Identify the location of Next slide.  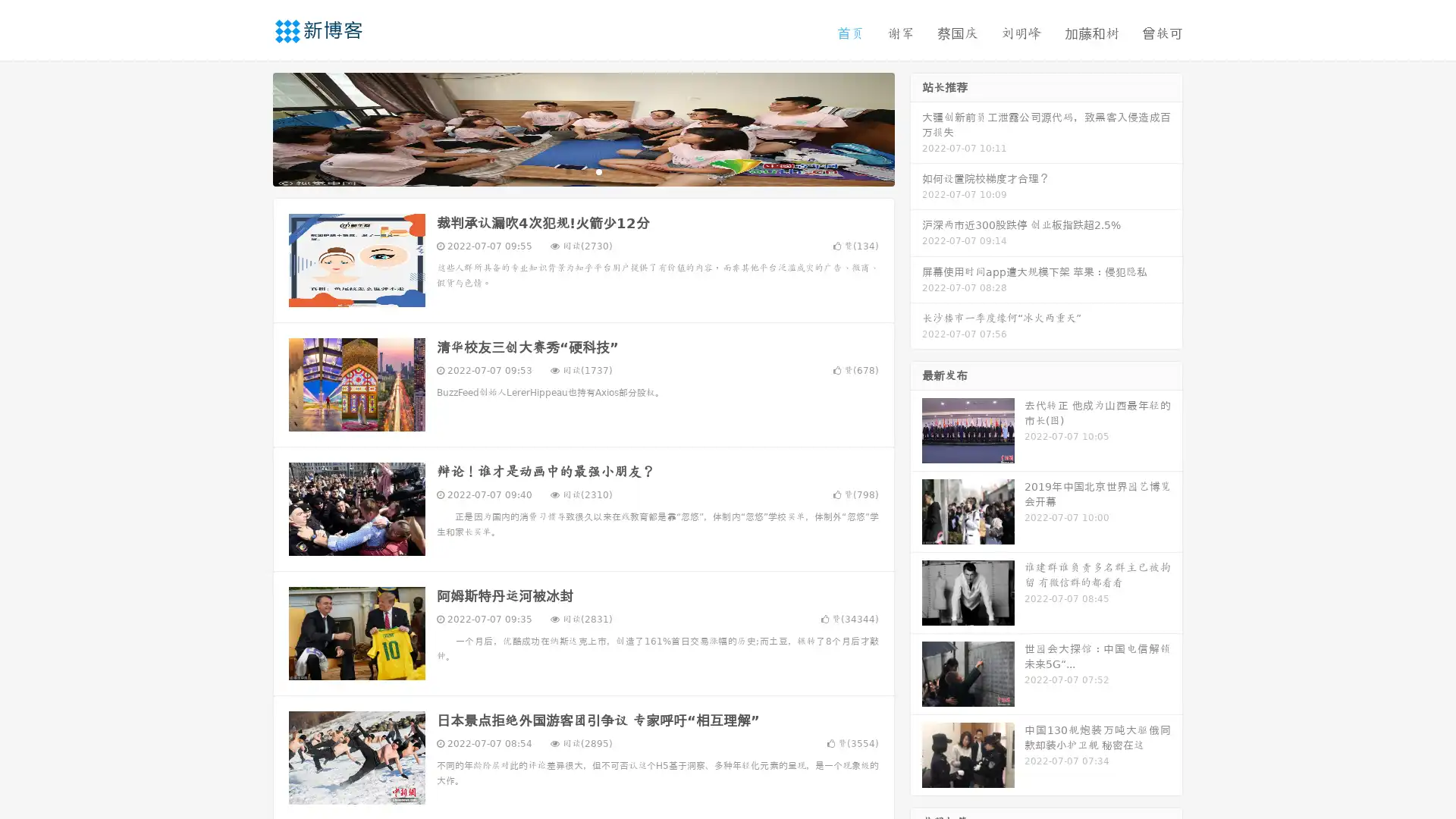
(916, 127).